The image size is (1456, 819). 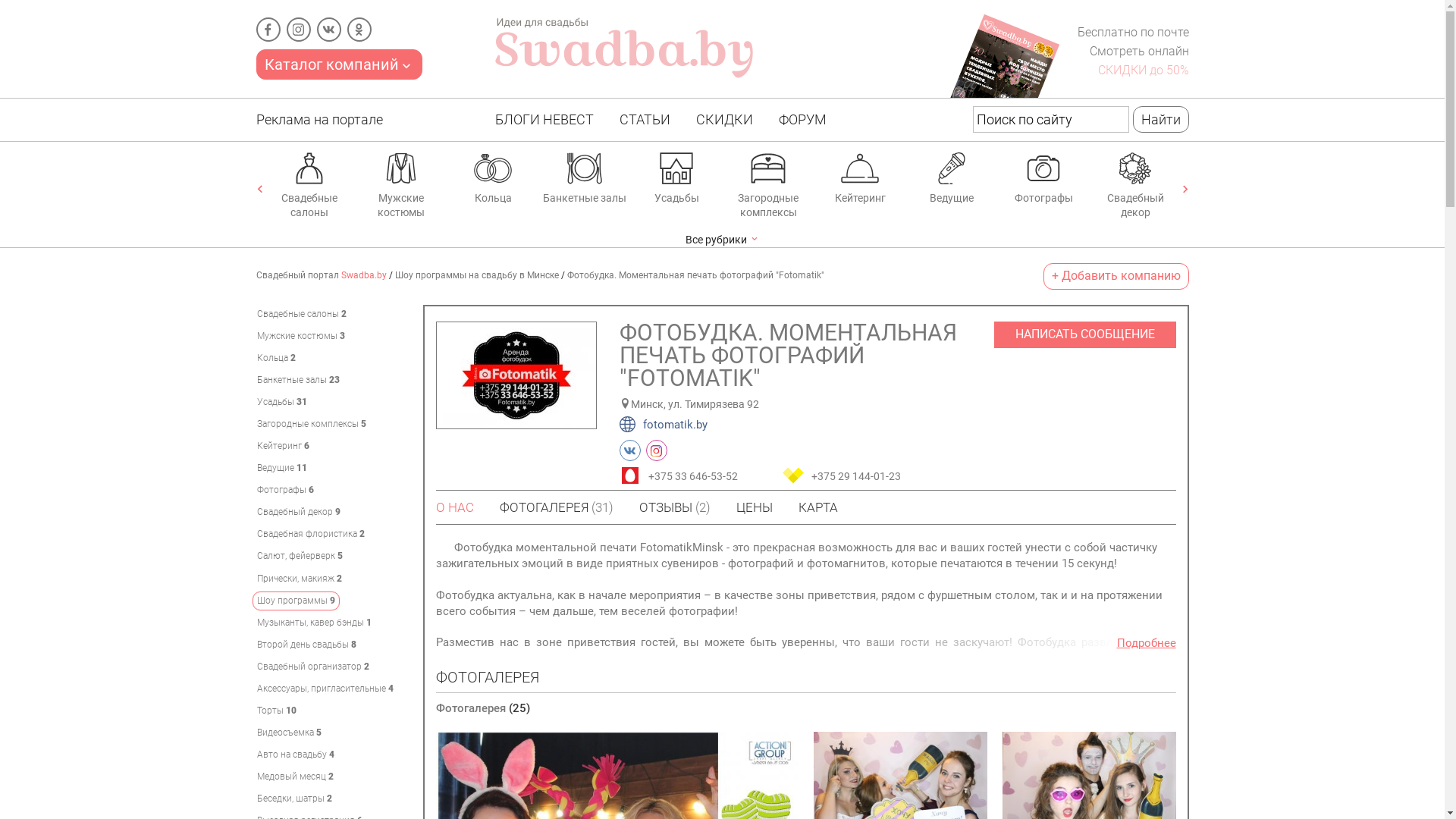 I want to click on 'fotomatik.by', so click(x=662, y=424).